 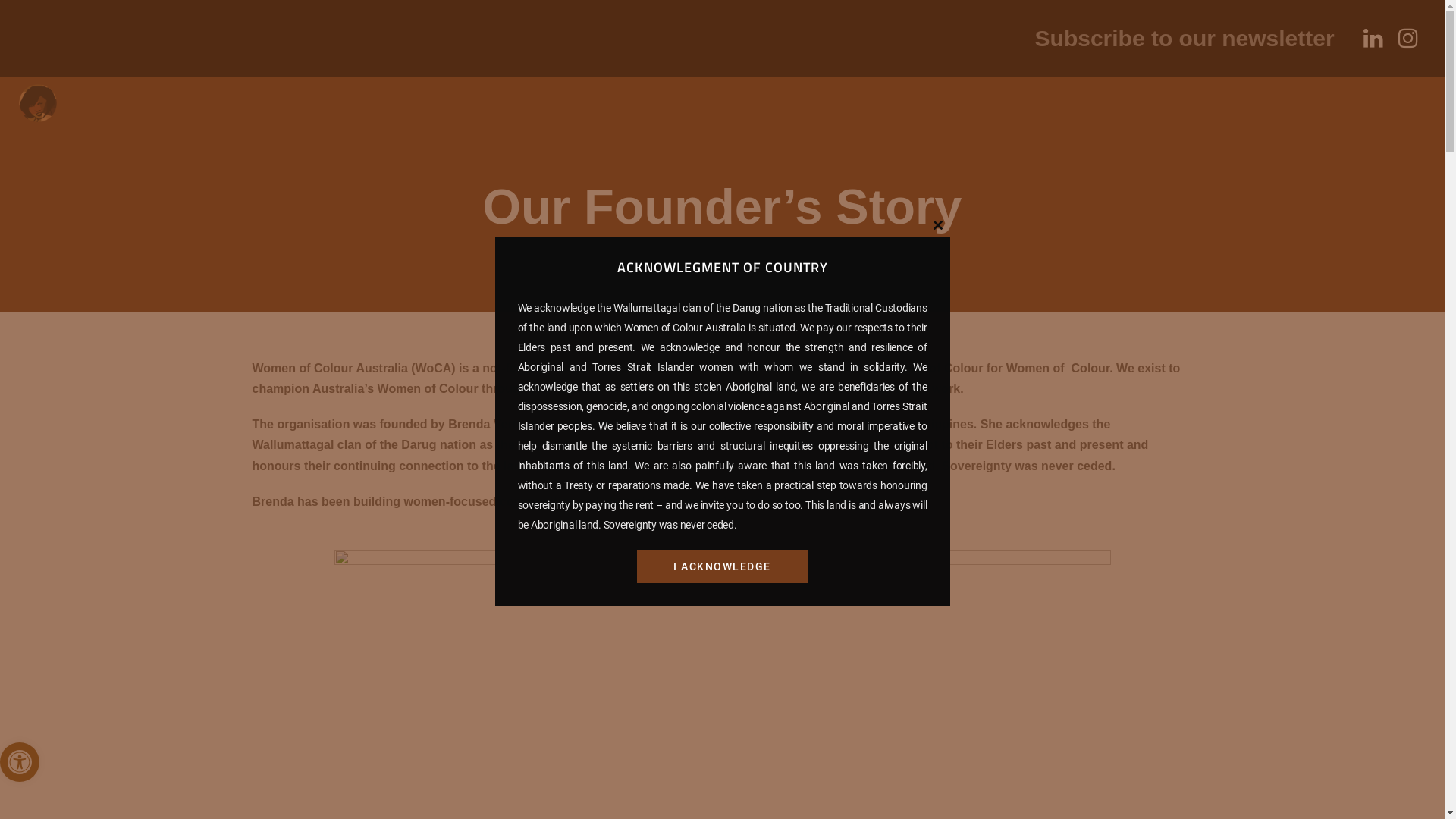 I want to click on 'Close this module', so click(x=937, y=225).